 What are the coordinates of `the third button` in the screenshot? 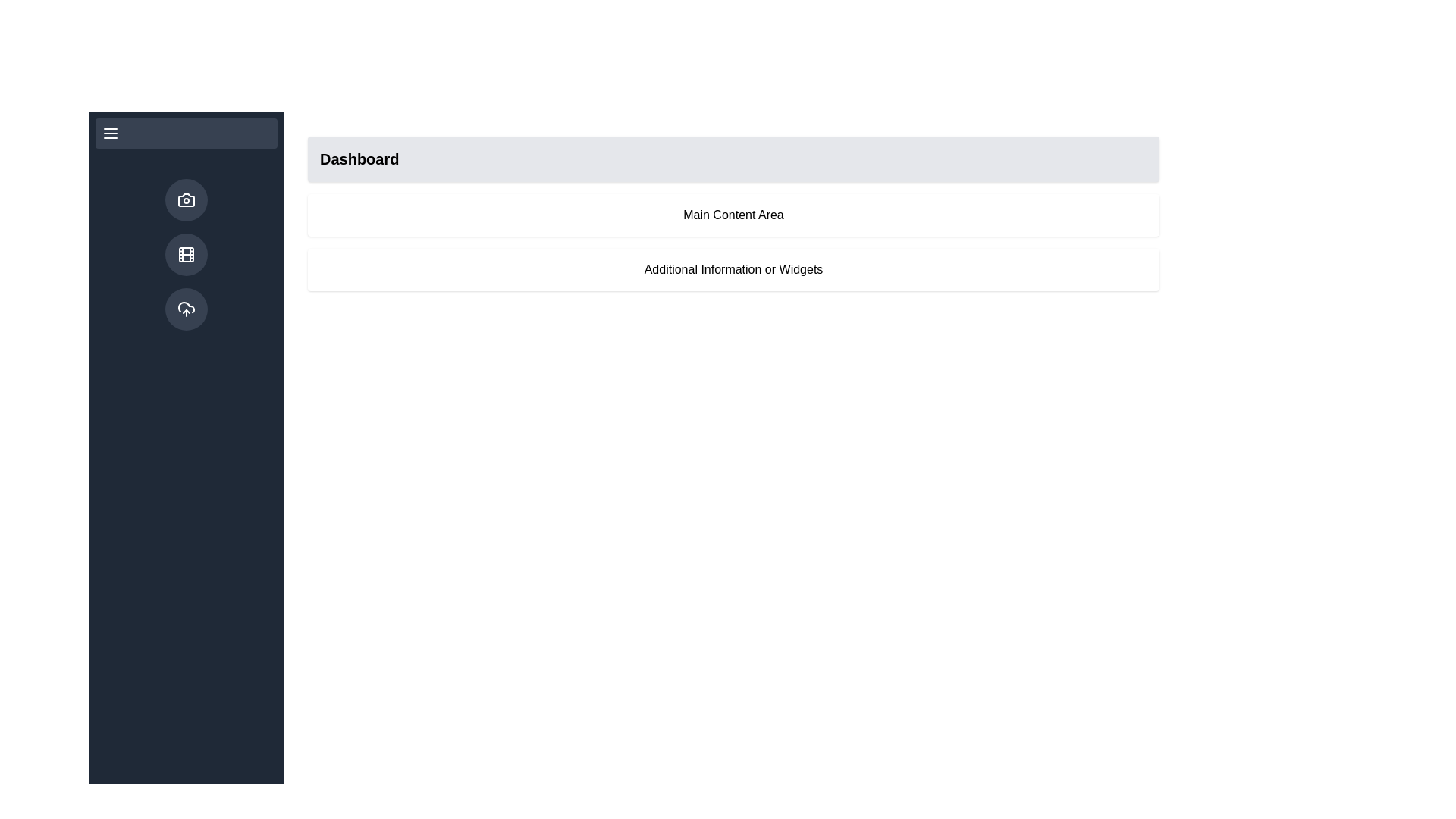 It's located at (185, 309).